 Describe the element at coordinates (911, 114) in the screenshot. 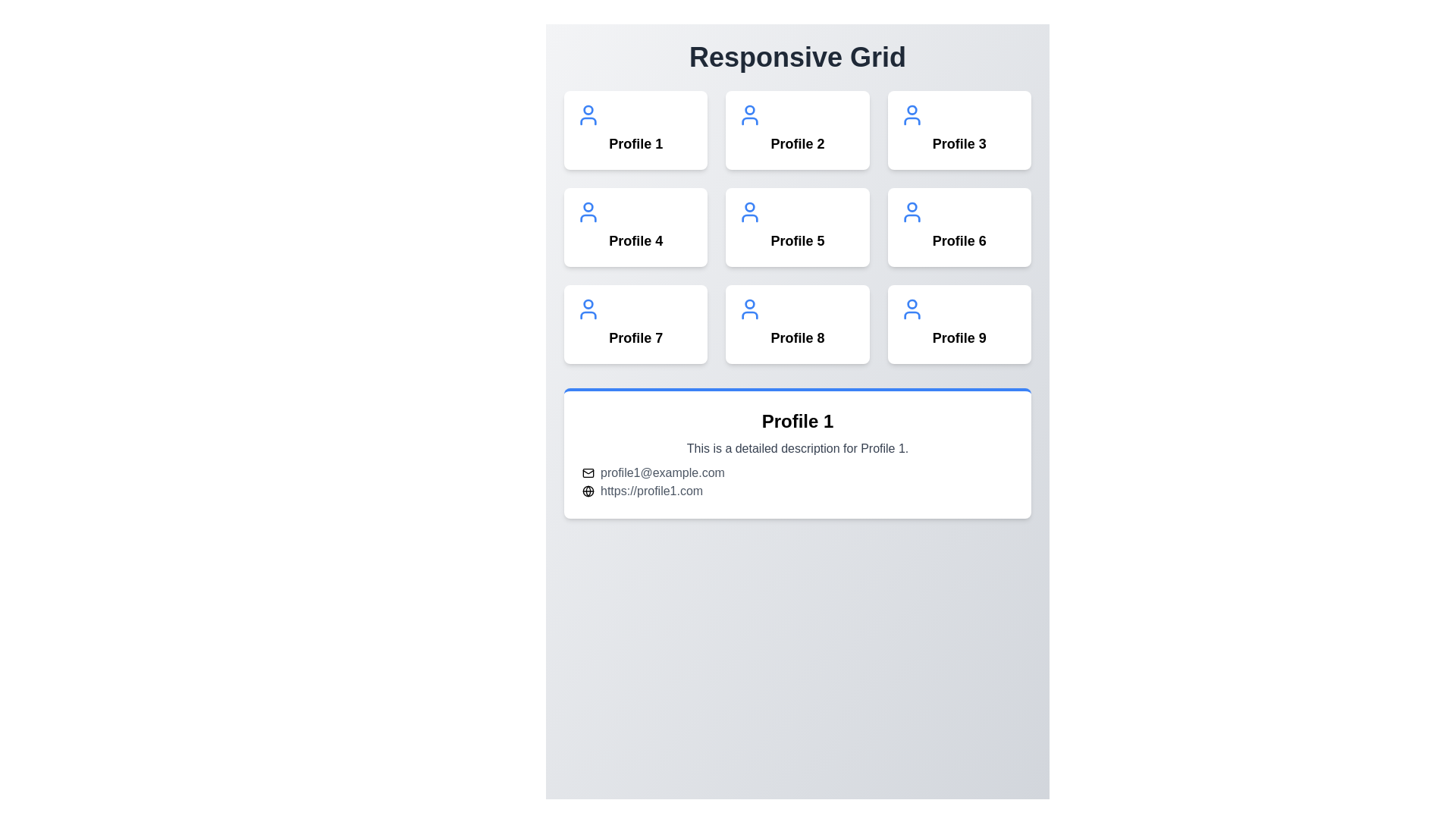

I see `the blue-colored user icon with a rounded head and a curved body located at the upper center of the box labeled 'Profile 3'` at that location.